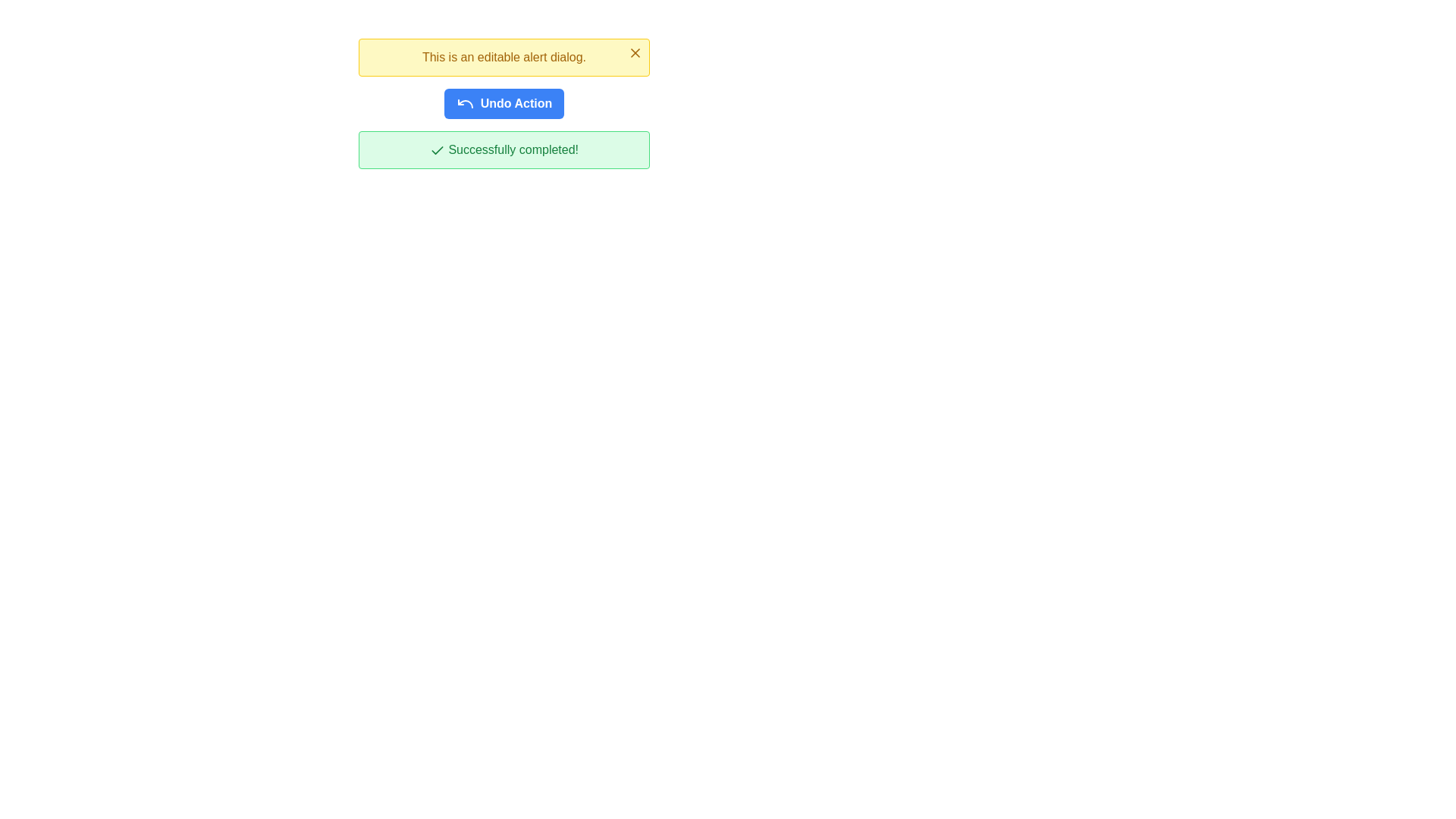 The height and width of the screenshot is (819, 1456). I want to click on the green checkmark icon located to the left of the text 'Successfully completed!' within the green alert box at the bottom of the interface, so click(436, 150).